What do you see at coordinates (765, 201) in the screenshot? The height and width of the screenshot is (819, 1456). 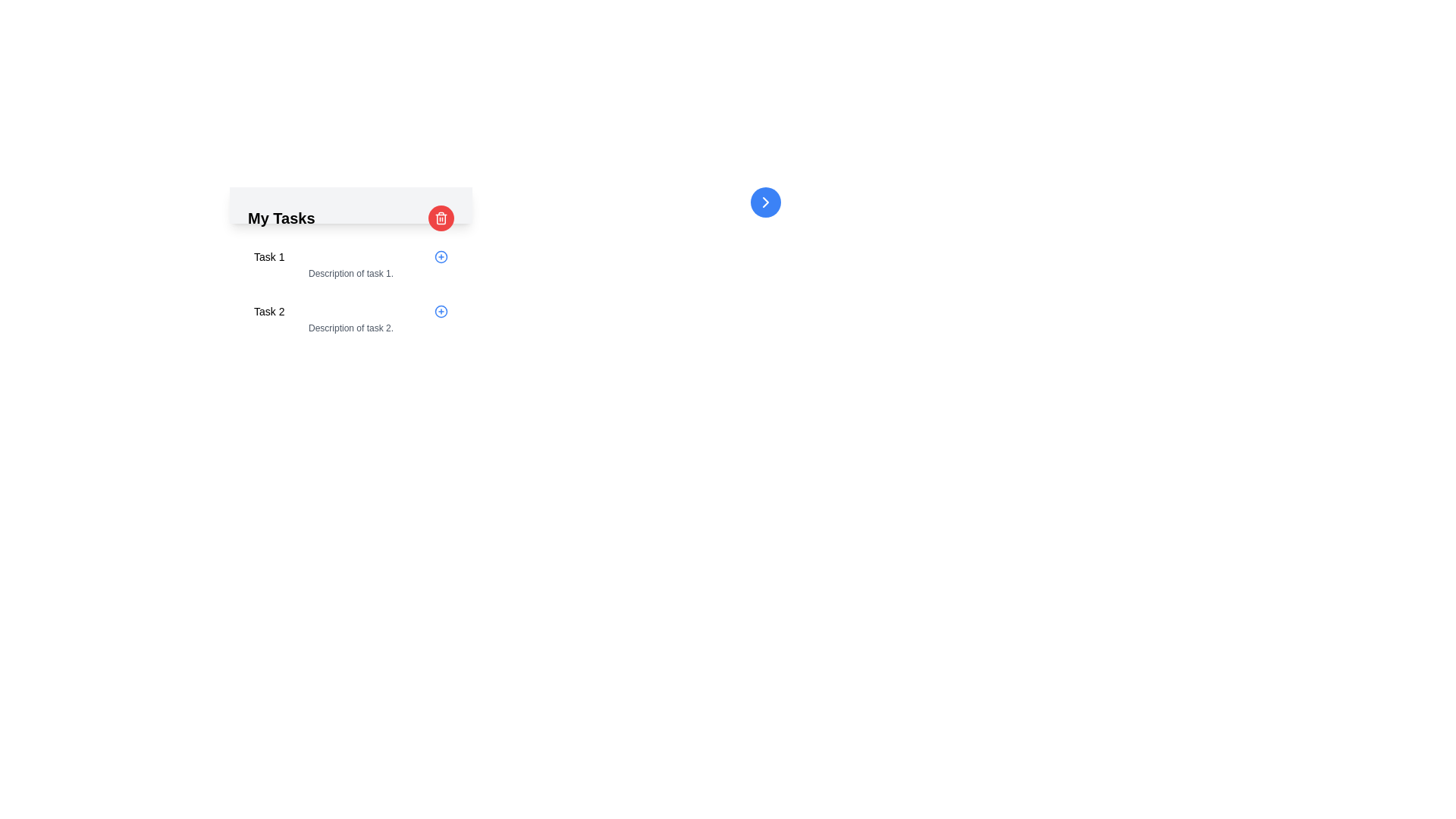 I see `the circular blue button with a white rightwards arrow symbol located in the 'My Tasks' section` at bounding box center [765, 201].